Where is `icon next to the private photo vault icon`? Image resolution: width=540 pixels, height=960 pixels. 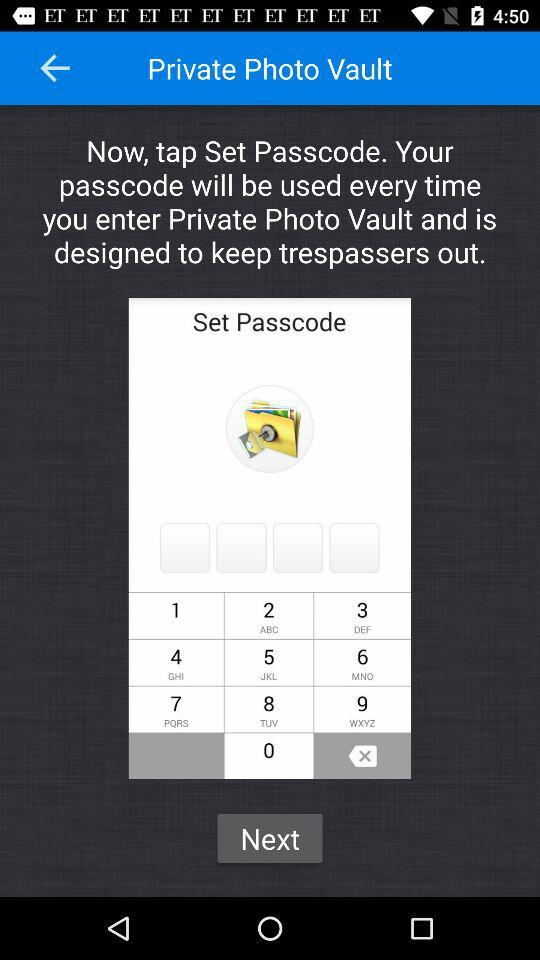 icon next to the private photo vault icon is located at coordinates (55, 68).